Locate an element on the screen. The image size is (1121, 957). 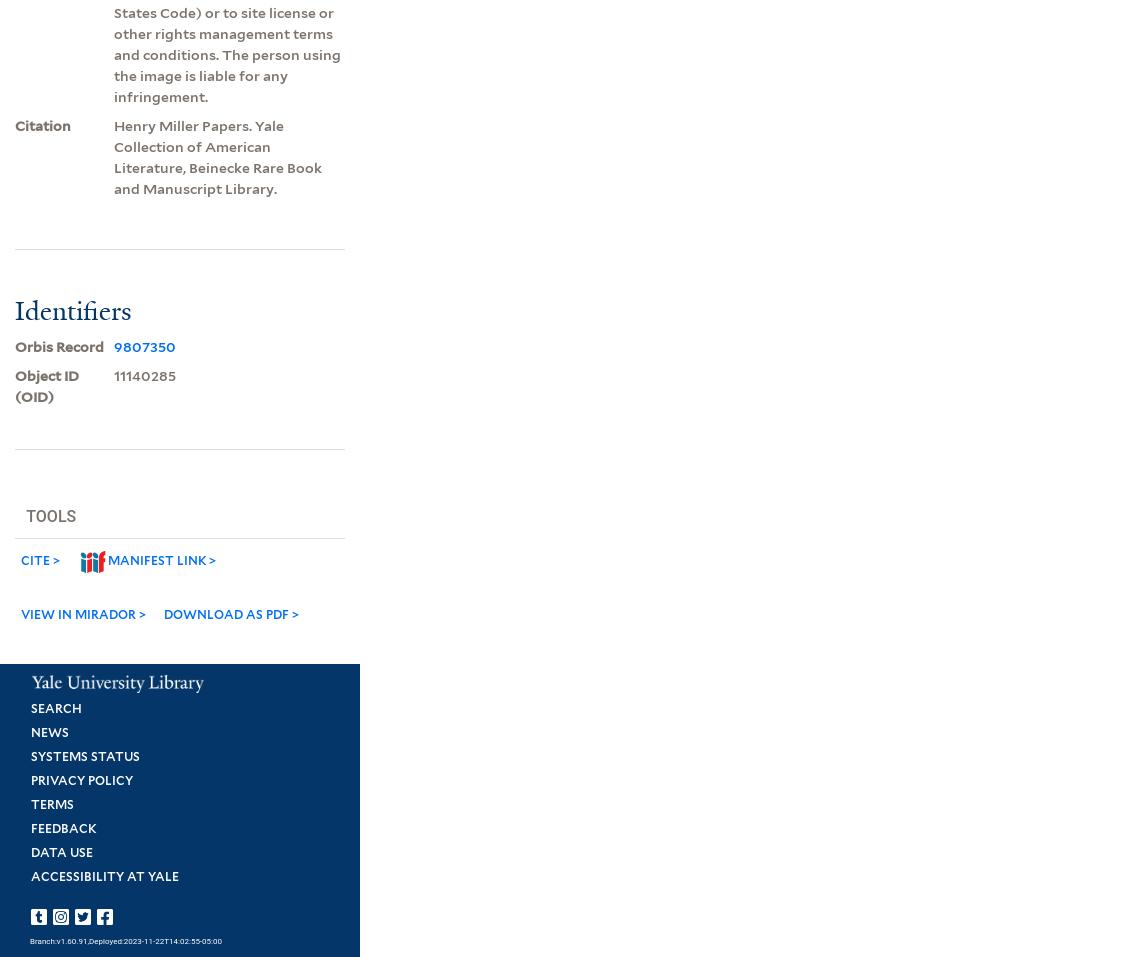
'News' is located at coordinates (48, 731).